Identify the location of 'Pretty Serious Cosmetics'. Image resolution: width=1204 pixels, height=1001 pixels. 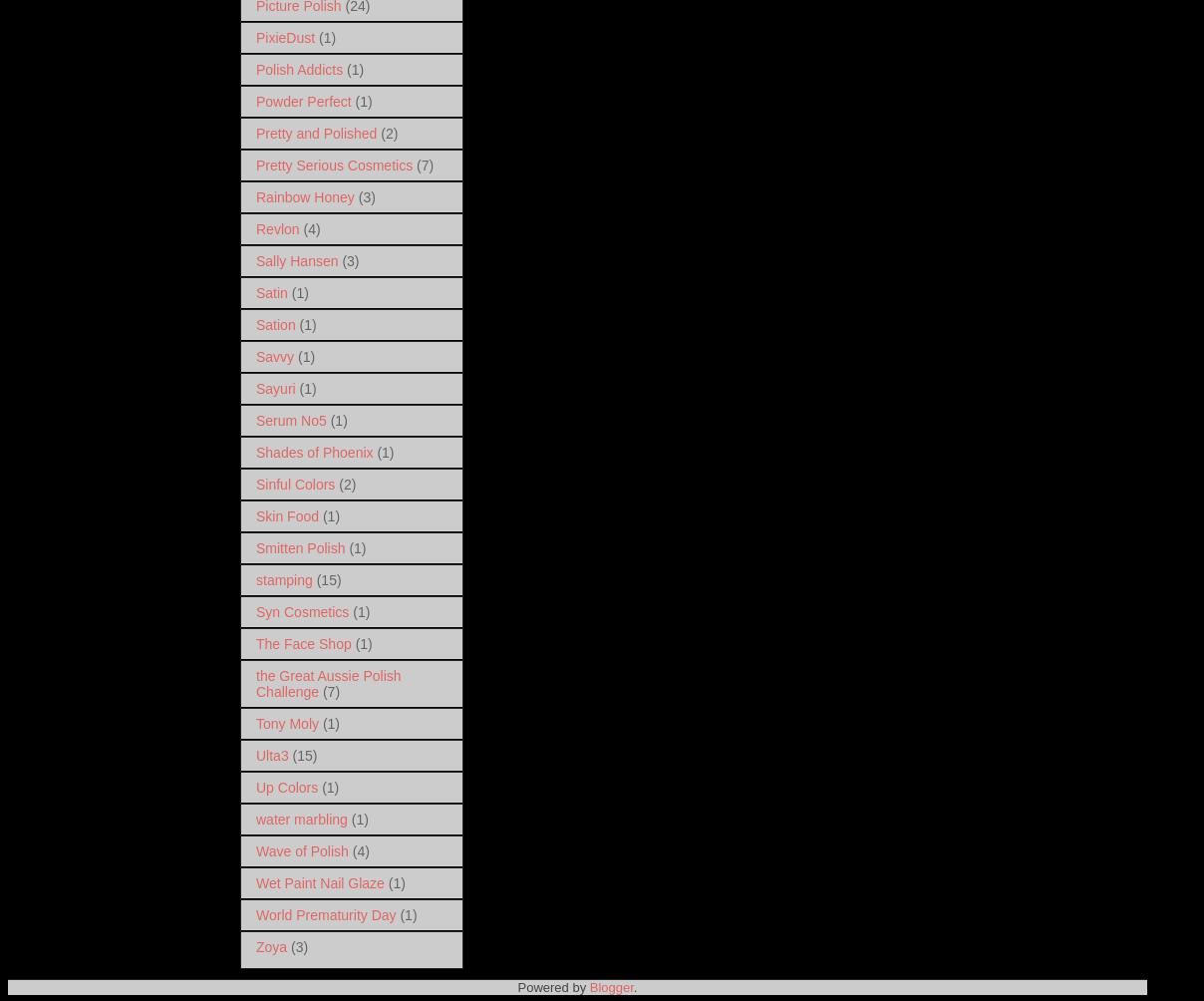
(333, 163).